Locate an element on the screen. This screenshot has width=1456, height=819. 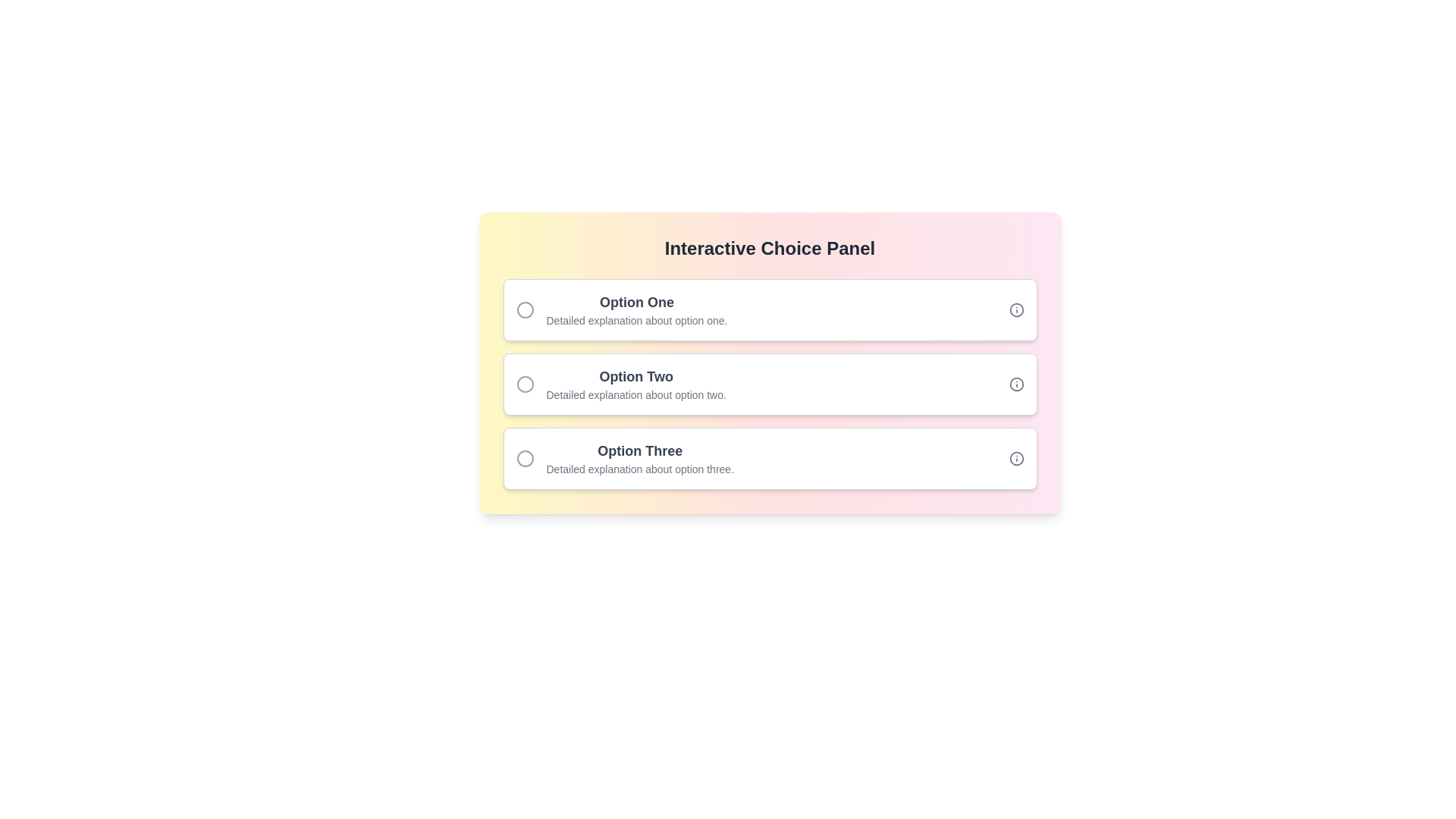
the third selectable option panel labeled 'Option Three' is located at coordinates (770, 458).